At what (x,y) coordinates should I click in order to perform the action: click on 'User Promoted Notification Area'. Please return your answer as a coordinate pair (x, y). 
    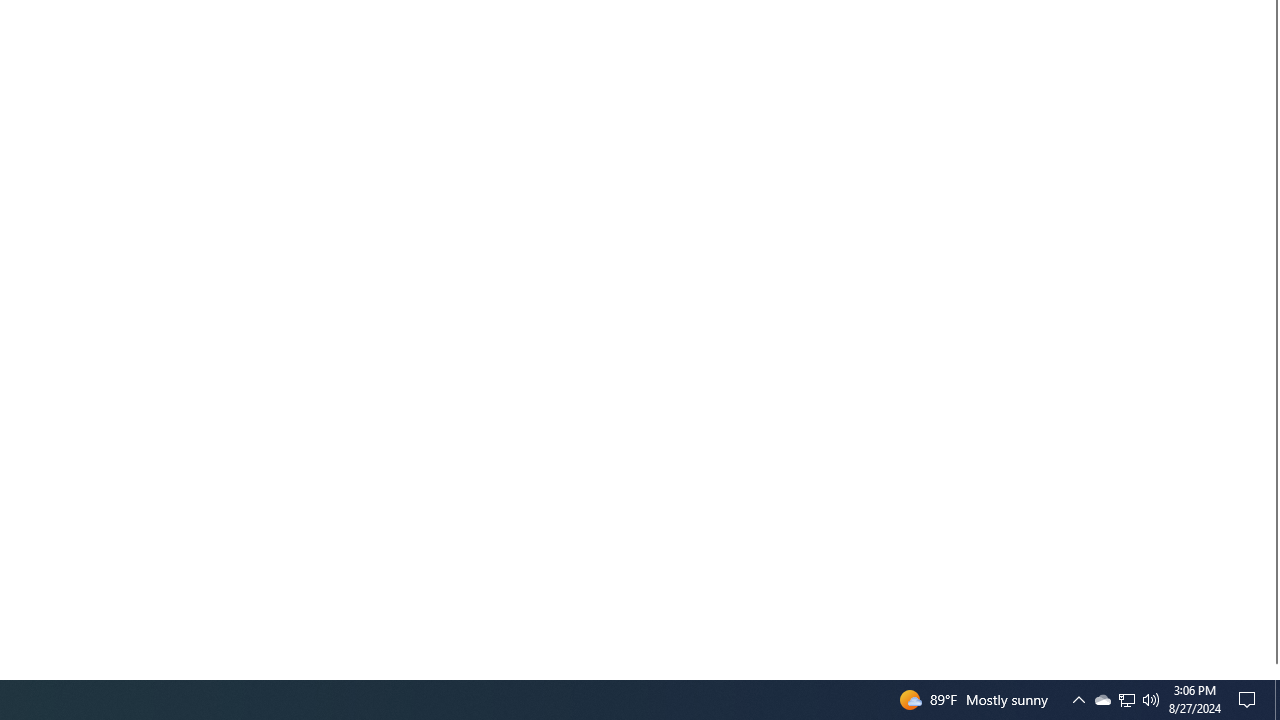
    Looking at the image, I should click on (1127, 698).